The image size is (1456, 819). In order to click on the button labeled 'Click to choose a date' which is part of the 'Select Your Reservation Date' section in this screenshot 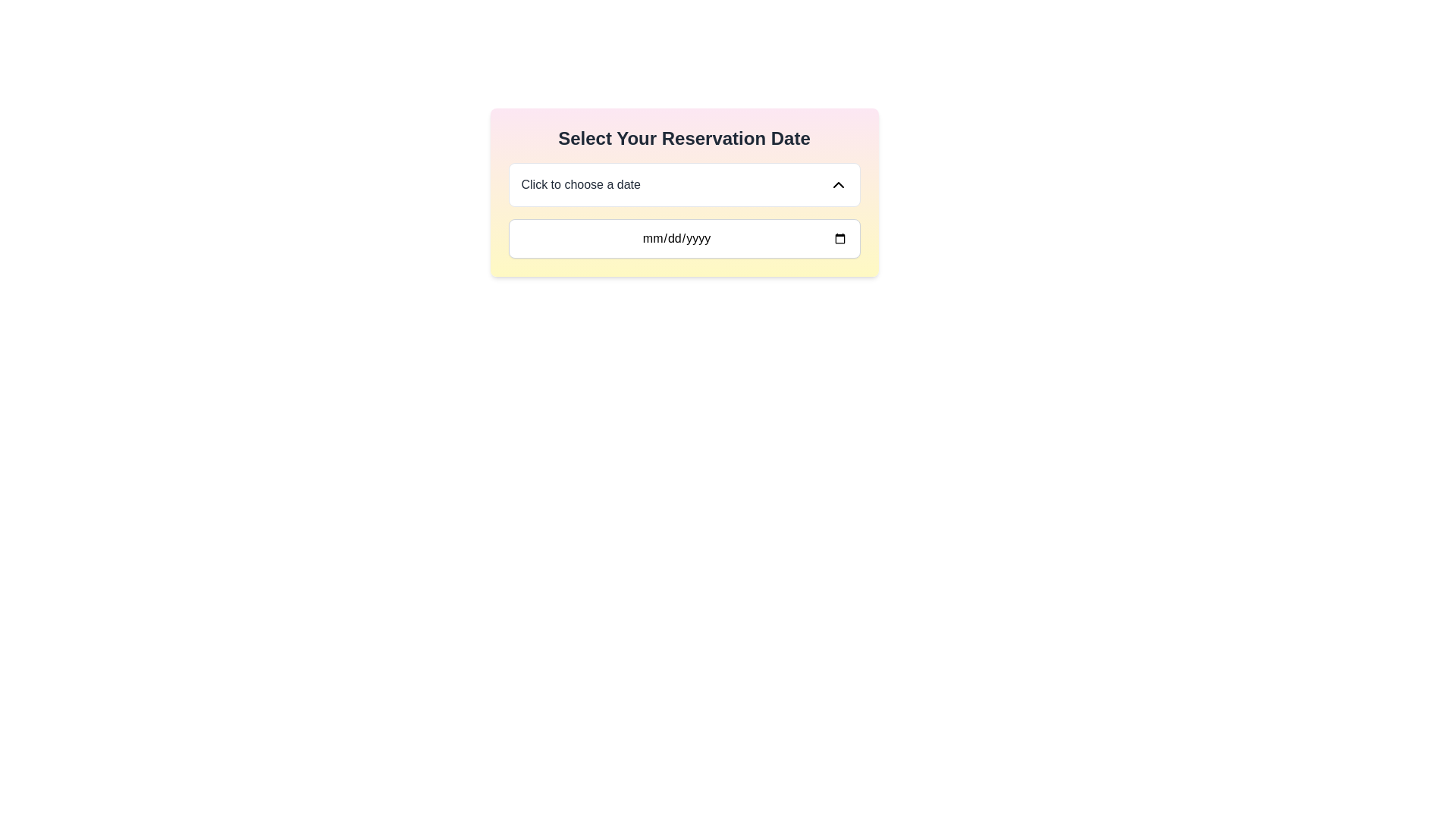, I will do `click(683, 184)`.